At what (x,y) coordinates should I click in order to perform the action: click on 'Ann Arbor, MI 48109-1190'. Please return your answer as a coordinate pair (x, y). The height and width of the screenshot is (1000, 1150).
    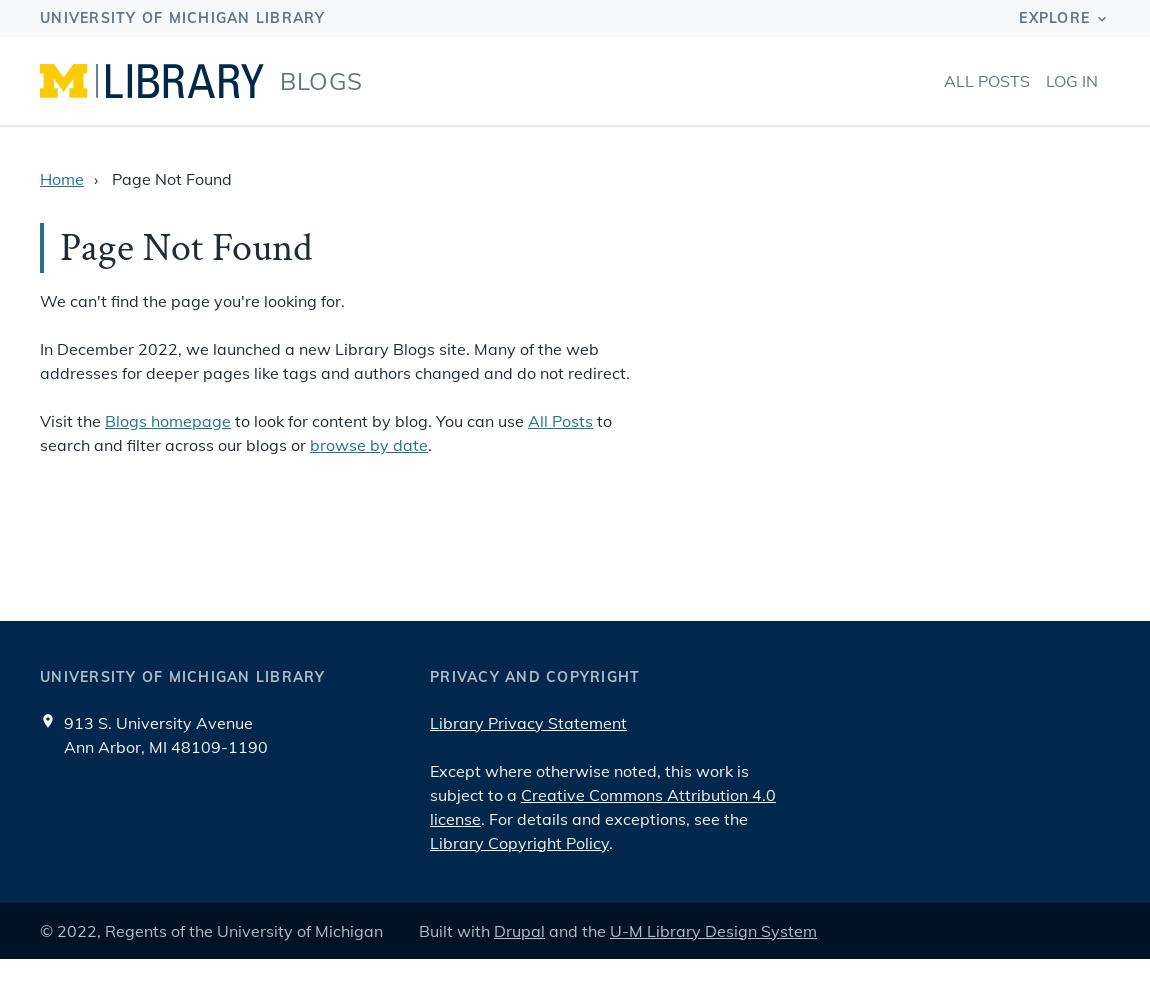
    Looking at the image, I should click on (164, 745).